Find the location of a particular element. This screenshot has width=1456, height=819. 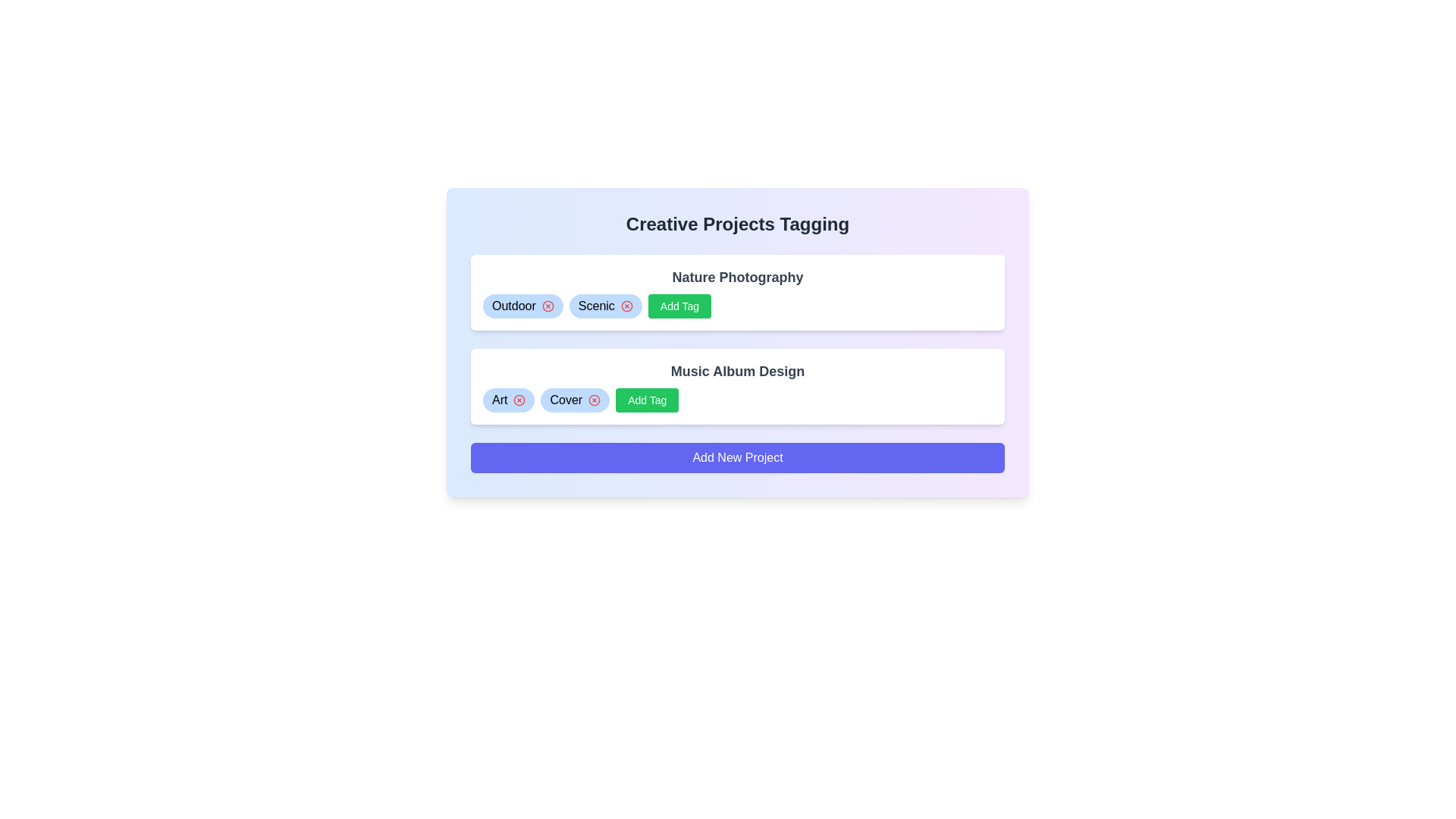

the small red circular close button with an 'X' symbol located to the right of the 'Outdoor' label is located at coordinates (547, 306).